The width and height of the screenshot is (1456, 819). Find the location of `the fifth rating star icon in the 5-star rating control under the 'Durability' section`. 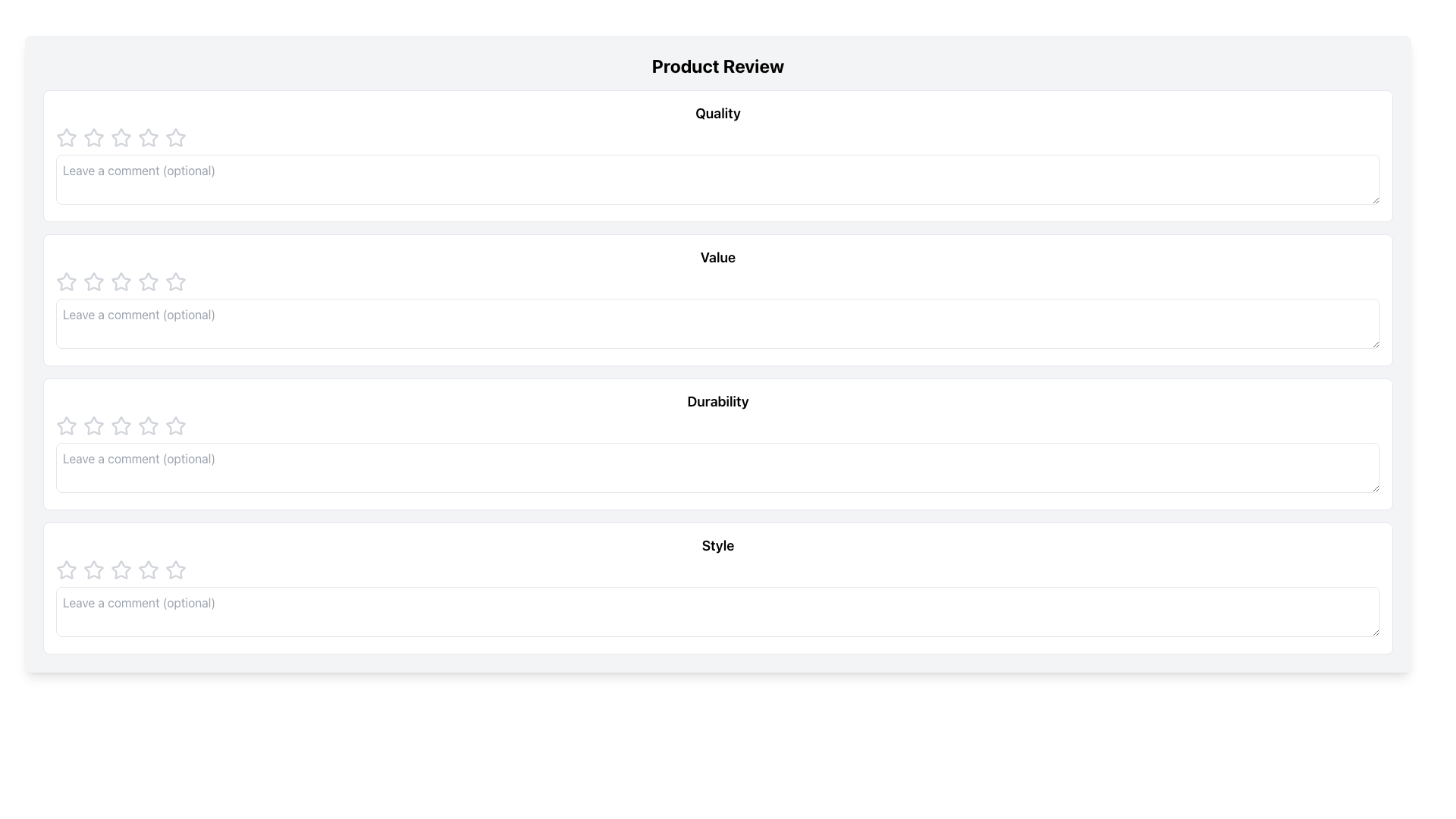

the fifth rating star icon in the 5-star rating control under the 'Durability' section is located at coordinates (175, 426).